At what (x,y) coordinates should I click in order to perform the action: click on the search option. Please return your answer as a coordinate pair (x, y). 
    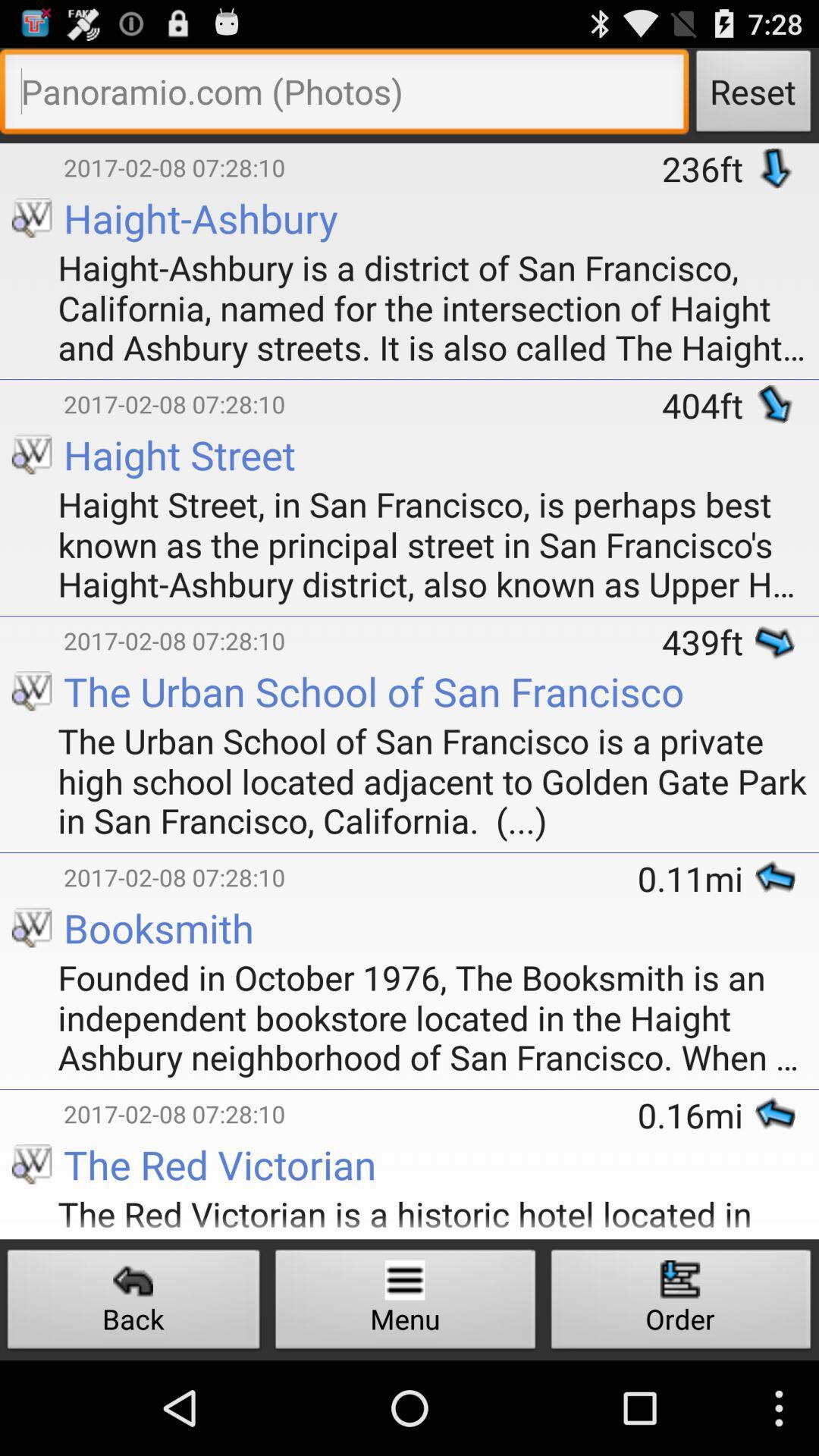
    Looking at the image, I should click on (344, 94).